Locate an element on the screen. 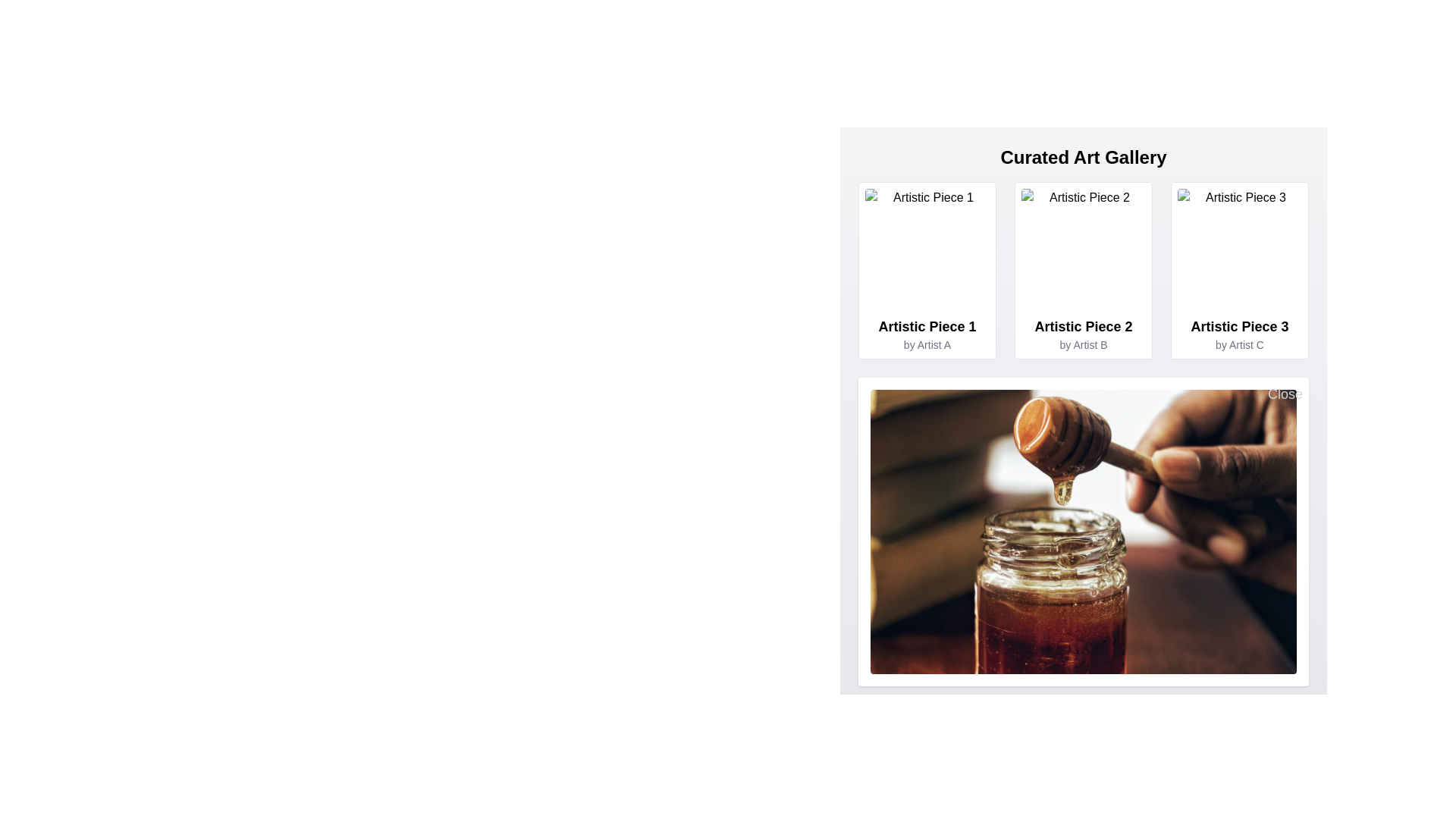 Image resolution: width=1456 pixels, height=819 pixels. the image placeholder of 'Artistic Piece 2 by Artist B' to zoom into the image is located at coordinates (1083, 248).